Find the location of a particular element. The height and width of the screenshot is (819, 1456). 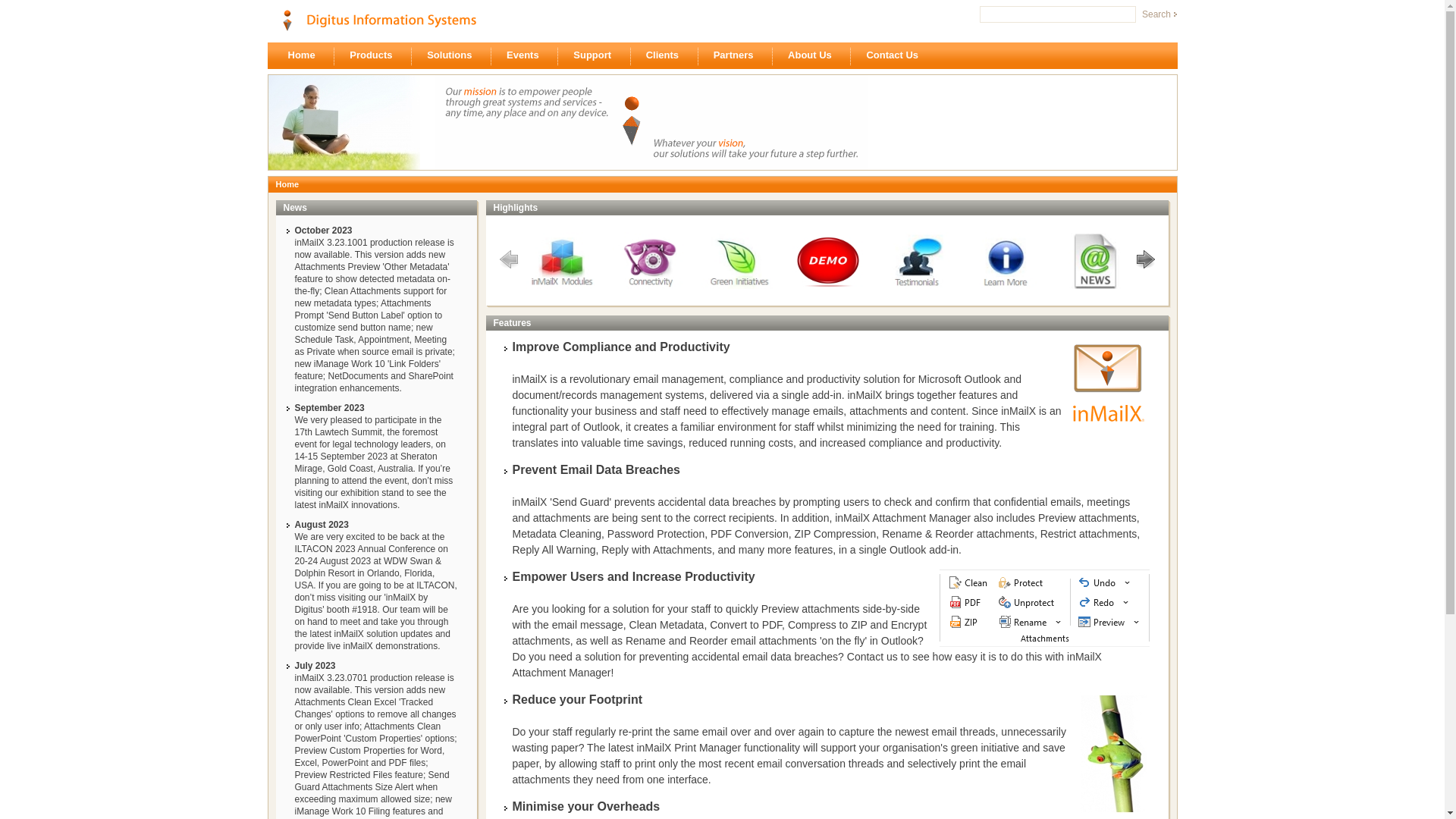

'Contact Us' is located at coordinates (896, 55).